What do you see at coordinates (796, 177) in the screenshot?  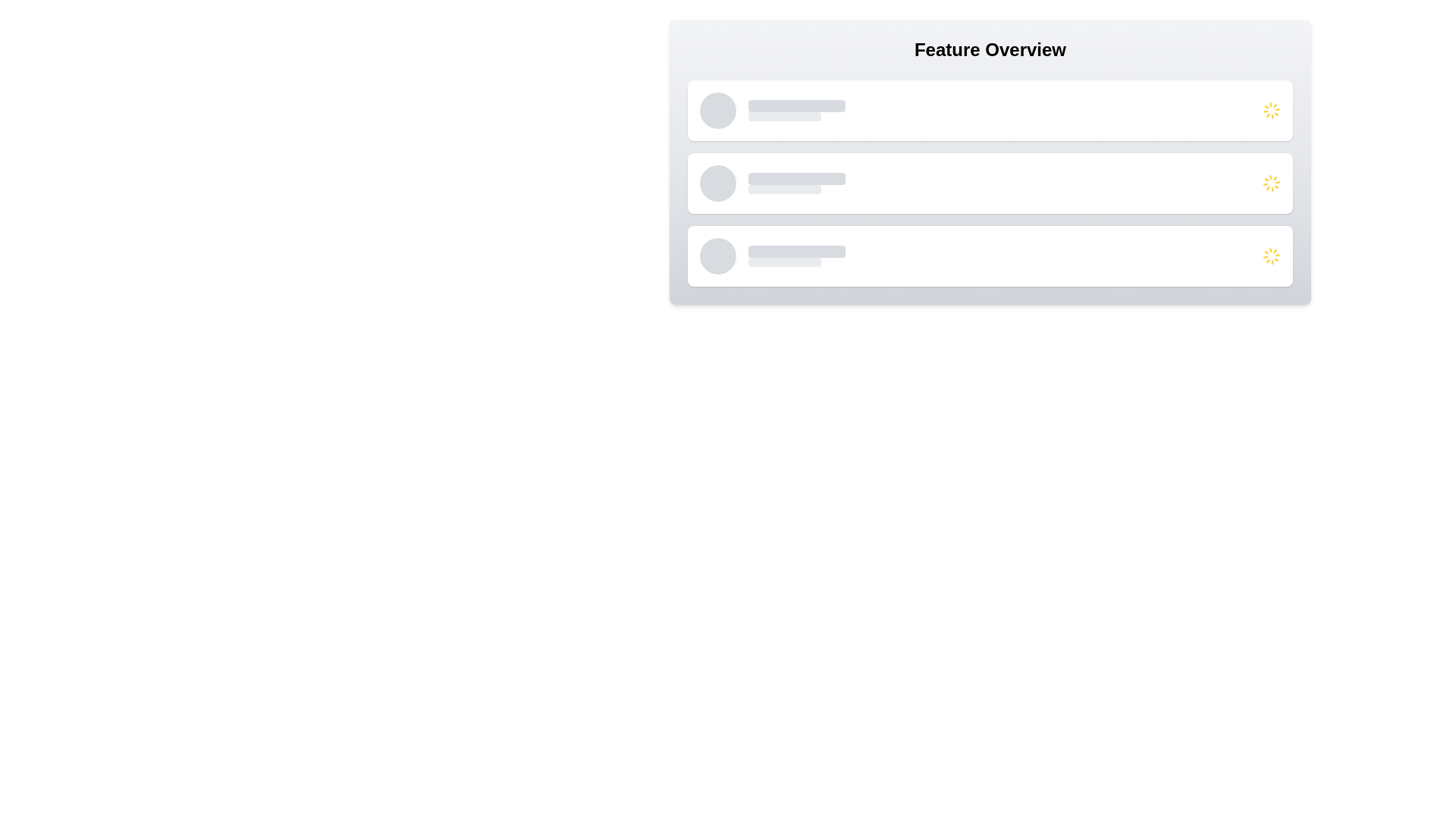 I see `the Loading placeholder bar, which is a narrow rectangular bar with rounded edges styled in light gray, located in the second content block to the right of a circular avatar placeholder` at bounding box center [796, 177].